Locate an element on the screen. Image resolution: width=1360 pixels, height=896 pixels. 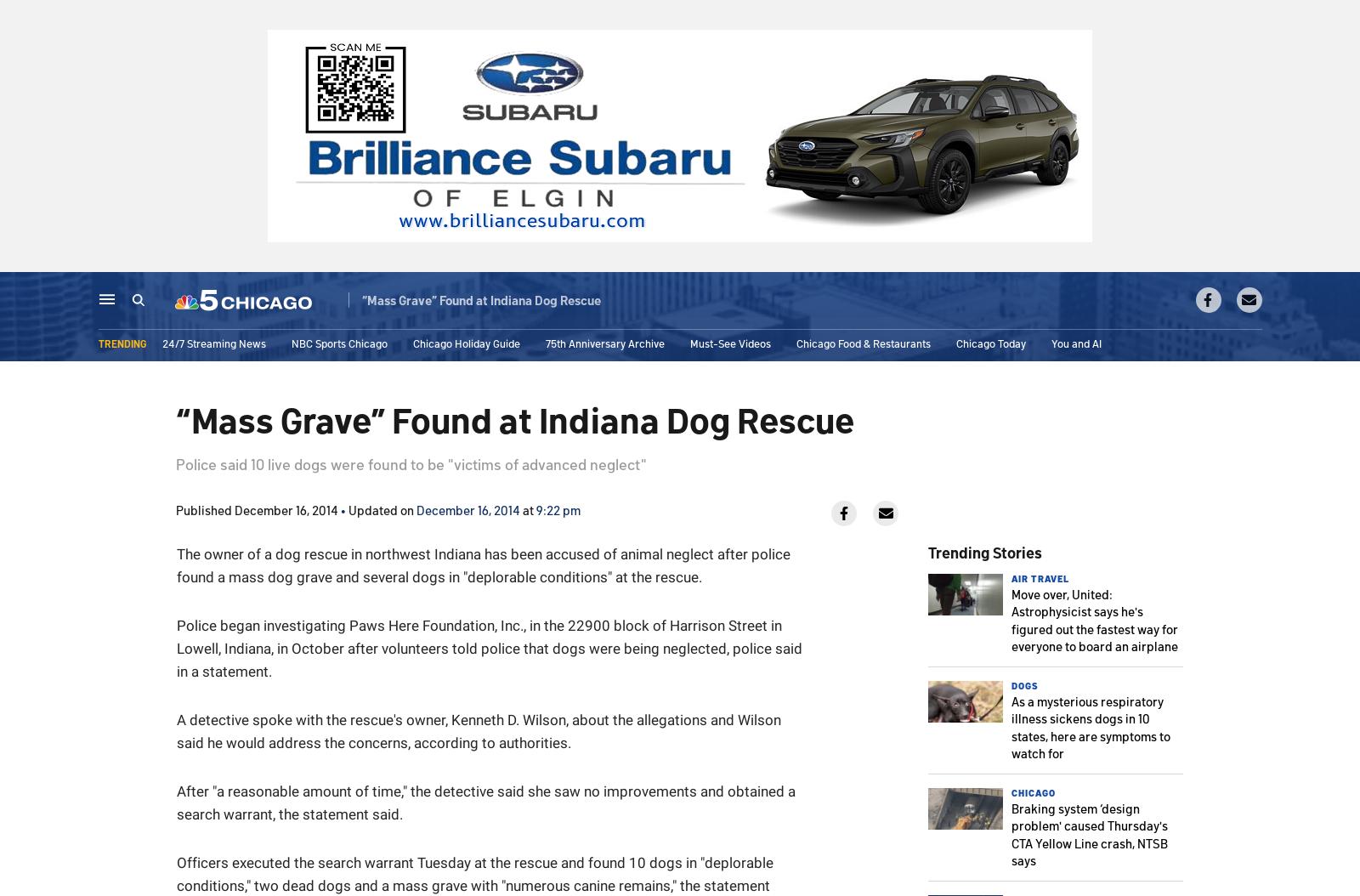
'Video' is located at coordinates (496, 301).